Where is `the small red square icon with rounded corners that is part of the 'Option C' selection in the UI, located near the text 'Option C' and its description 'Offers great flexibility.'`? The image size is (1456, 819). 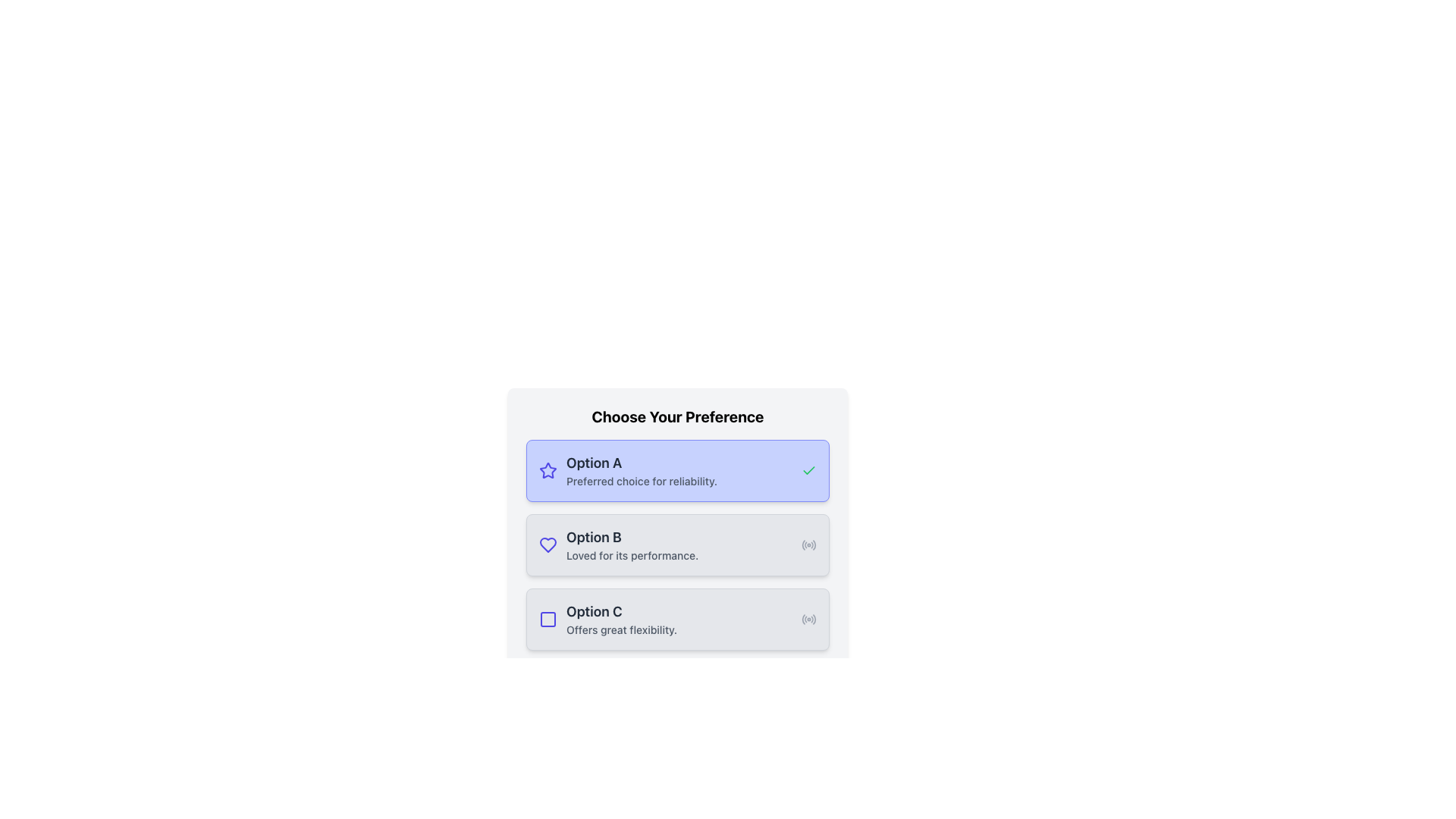 the small red square icon with rounded corners that is part of the 'Option C' selection in the UI, located near the text 'Option C' and its description 'Offers great flexibility.' is located at coordinates (548, 620).